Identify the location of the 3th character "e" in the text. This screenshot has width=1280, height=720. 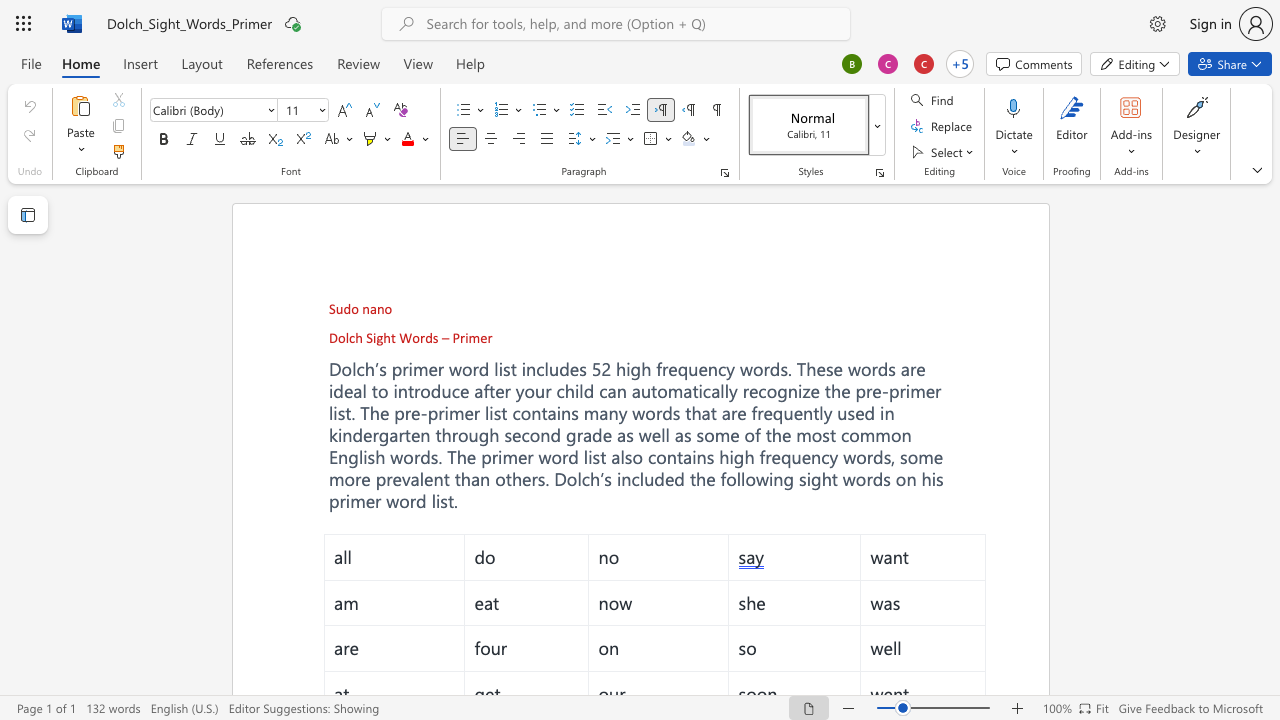
(937, 456).